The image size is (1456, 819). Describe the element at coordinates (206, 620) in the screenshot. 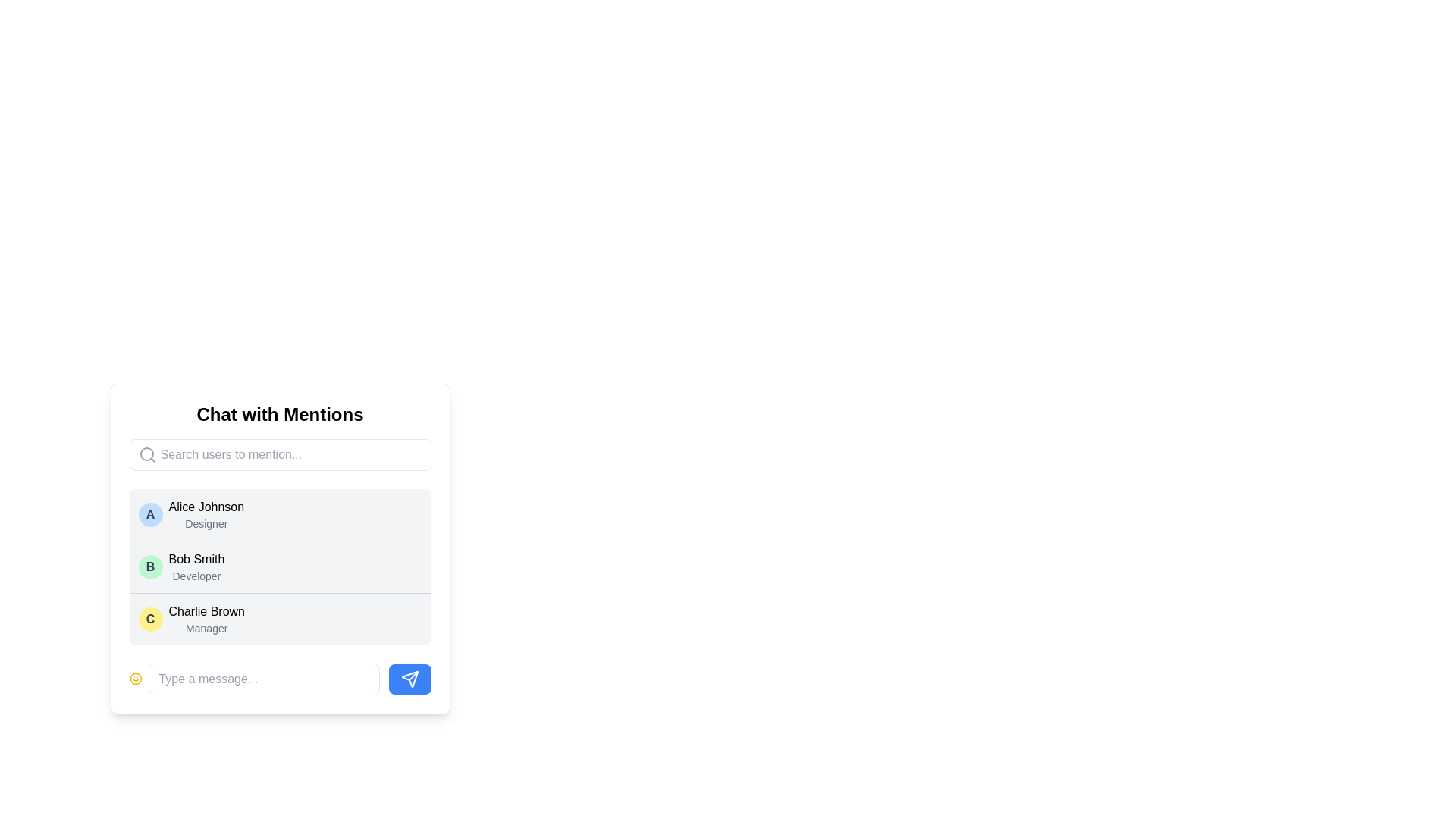

I see `the third user mention text component indicating the name and job title of a contact in the chat interface modal` at that location.